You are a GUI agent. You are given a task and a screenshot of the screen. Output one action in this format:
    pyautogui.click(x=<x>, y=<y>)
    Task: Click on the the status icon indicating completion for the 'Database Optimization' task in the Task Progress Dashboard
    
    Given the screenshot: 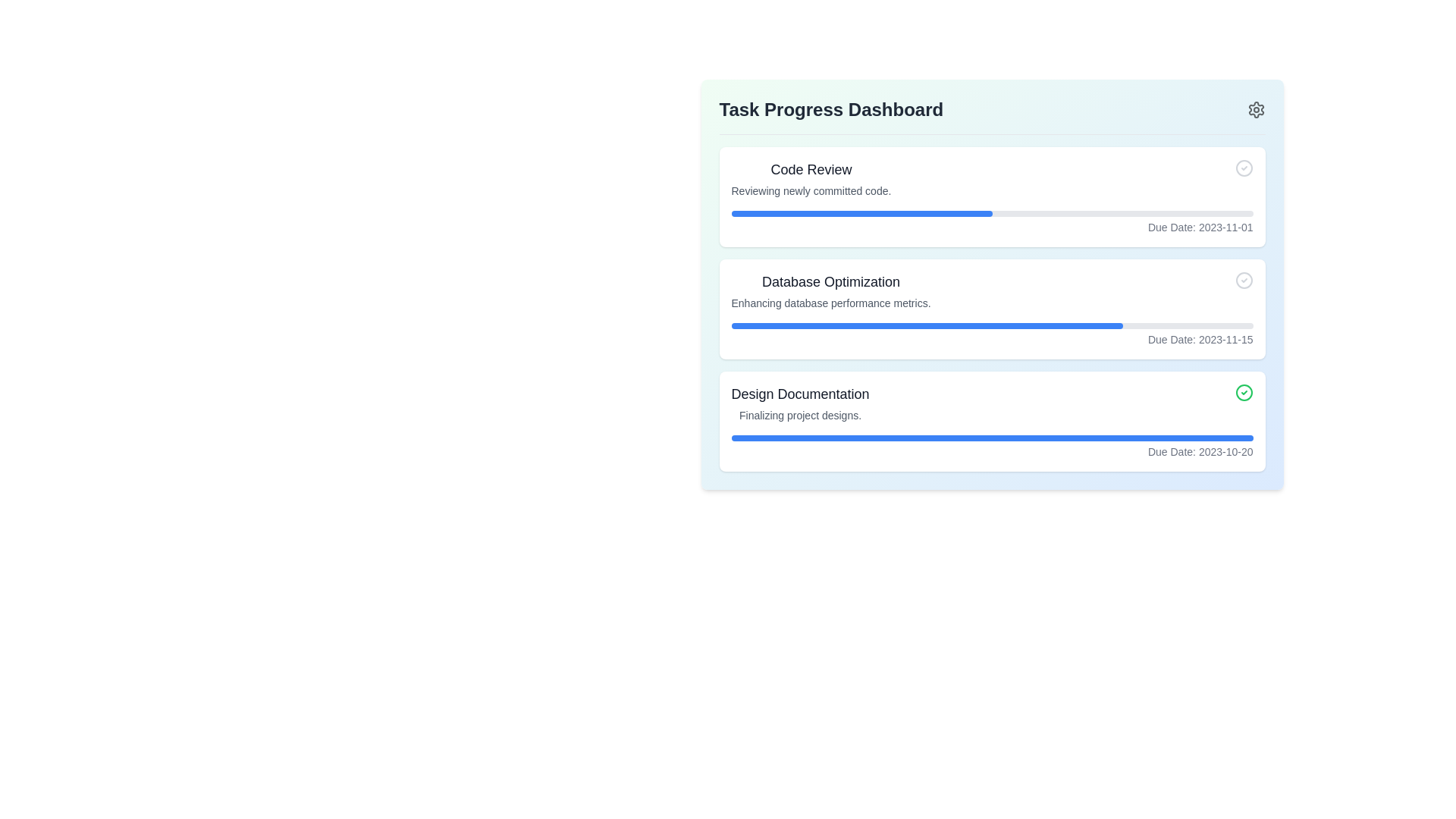 What is the action you would take?
    pyautogui.click(x=1244, y=281)
    